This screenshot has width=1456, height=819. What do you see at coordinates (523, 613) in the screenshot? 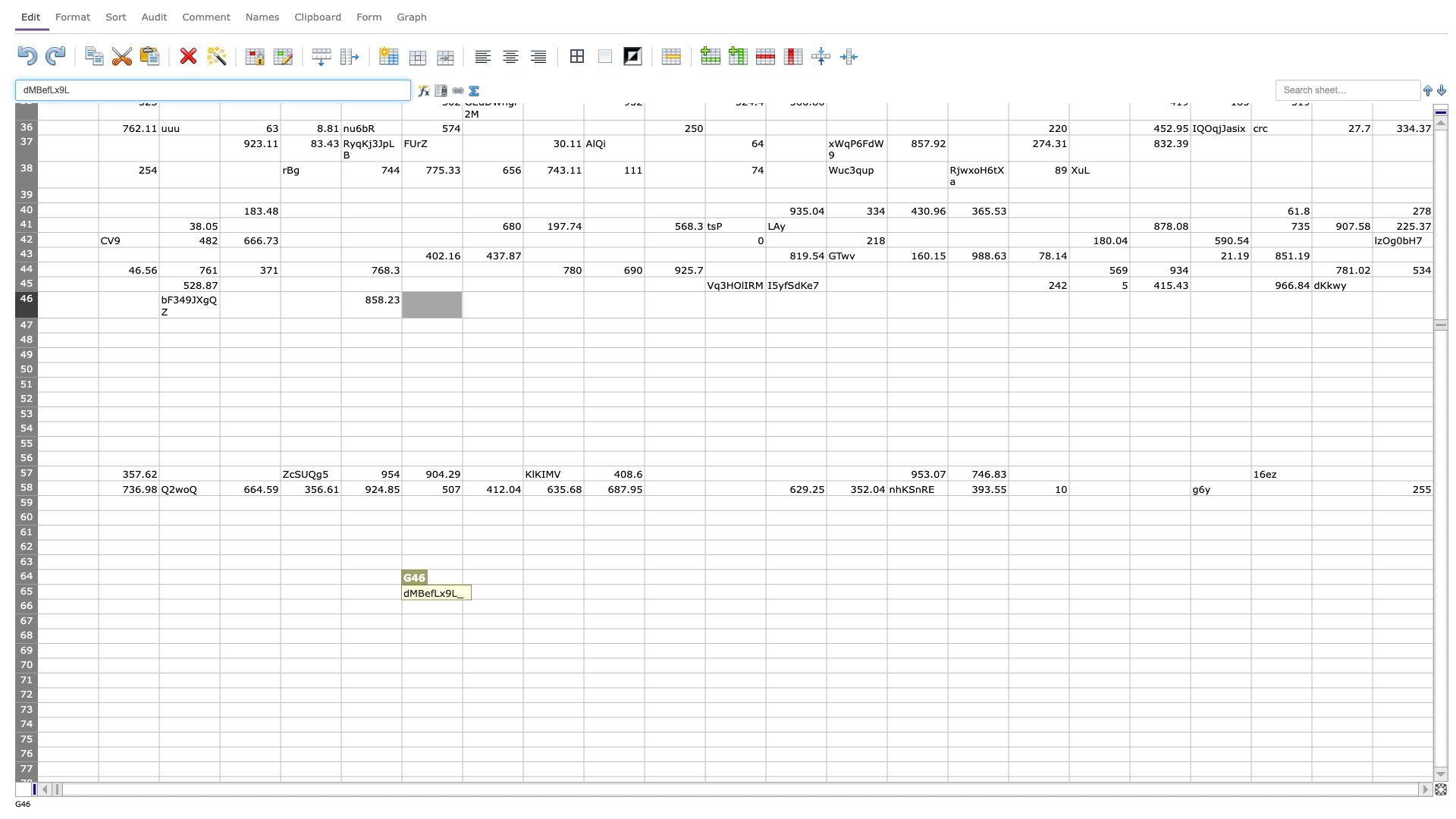
I see `bottom right corner of H66` at bounding box center [523, 613].